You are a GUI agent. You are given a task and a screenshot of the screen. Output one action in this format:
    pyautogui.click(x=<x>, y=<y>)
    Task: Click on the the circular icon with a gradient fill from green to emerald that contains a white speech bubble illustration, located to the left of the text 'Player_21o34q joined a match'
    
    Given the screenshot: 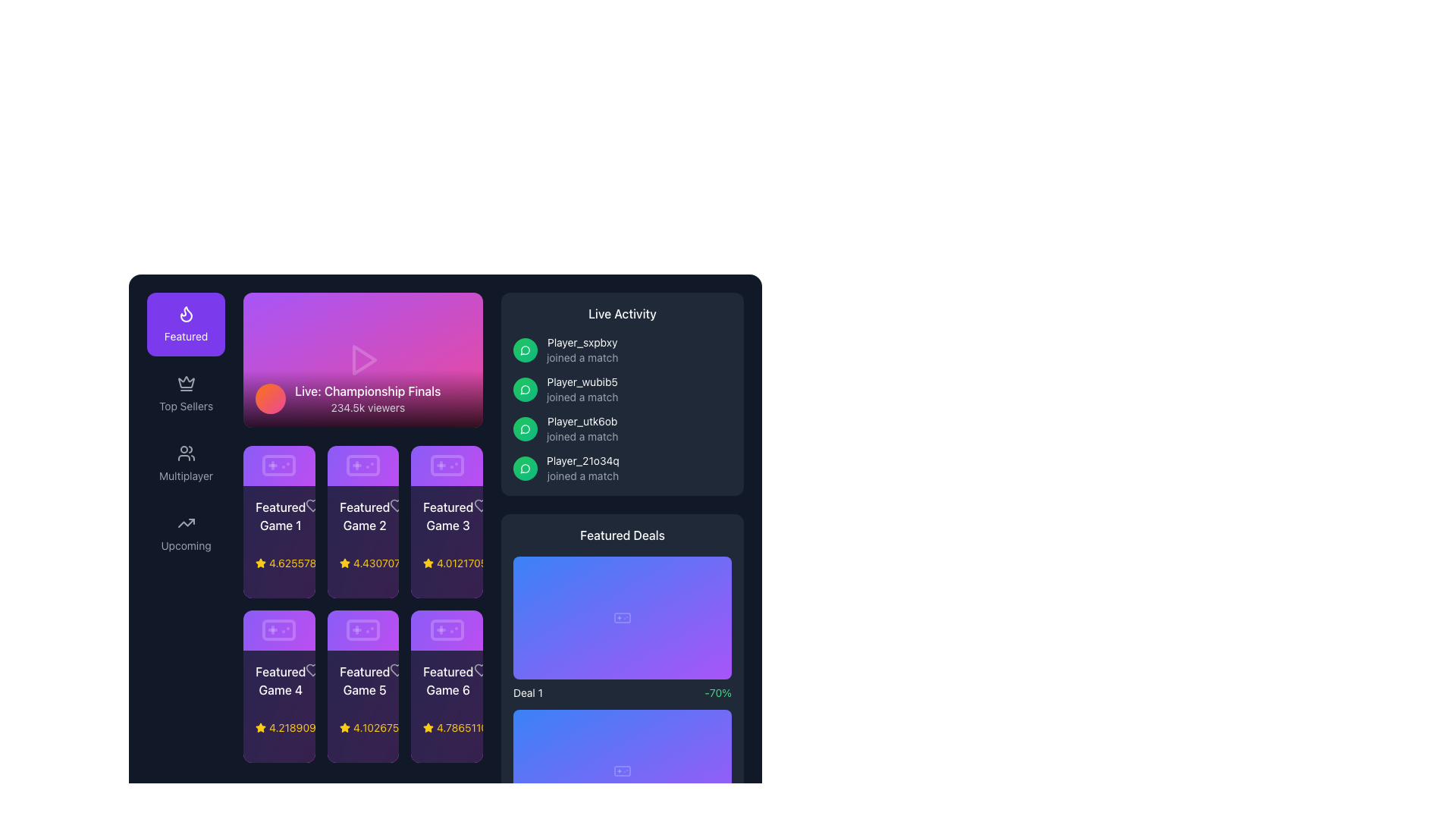 What is the action you would take?
    pyautogui.click(x=525, y=467)
    